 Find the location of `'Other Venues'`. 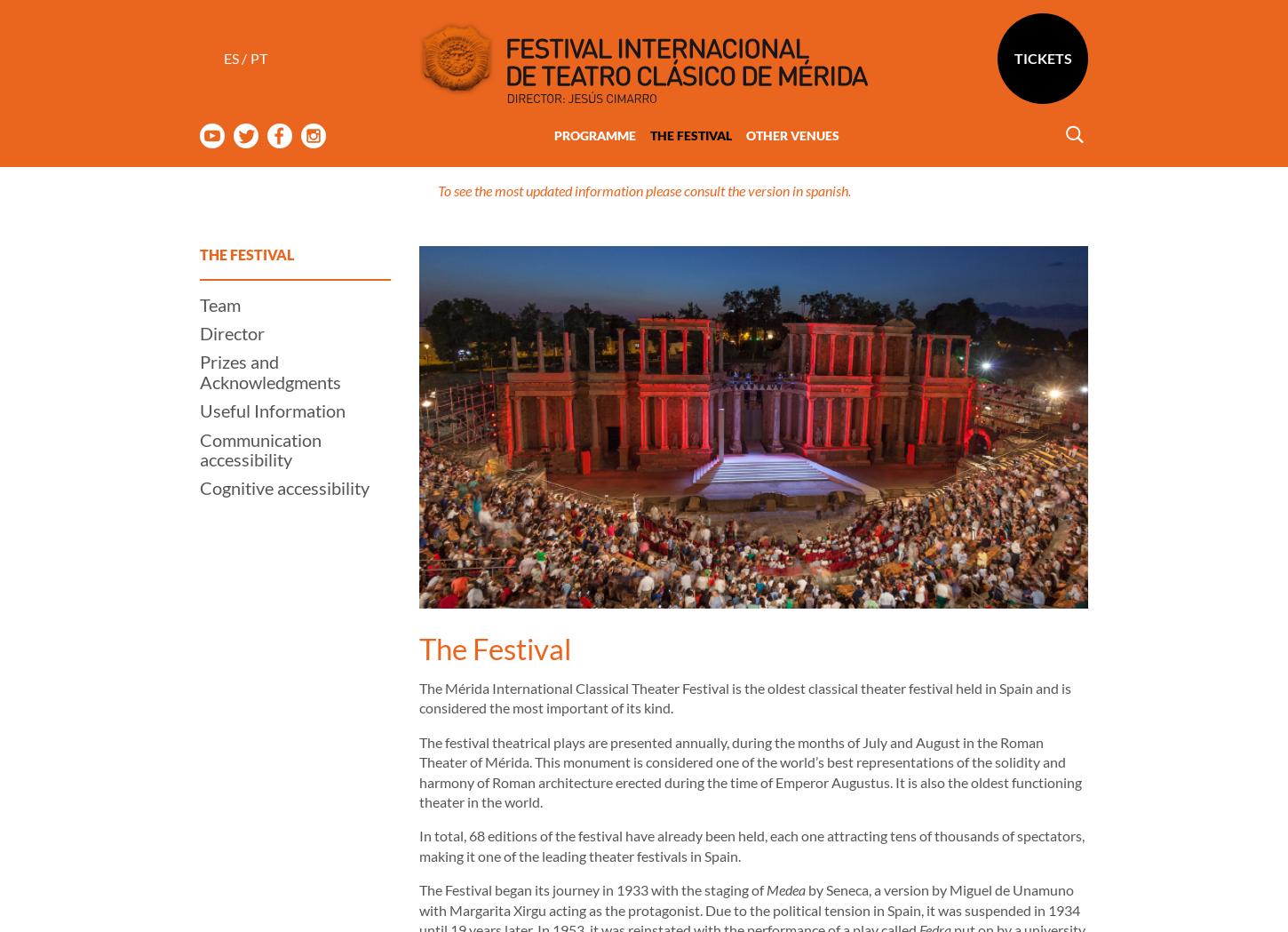

'Other Venues' is located at coordinates (791, 64).